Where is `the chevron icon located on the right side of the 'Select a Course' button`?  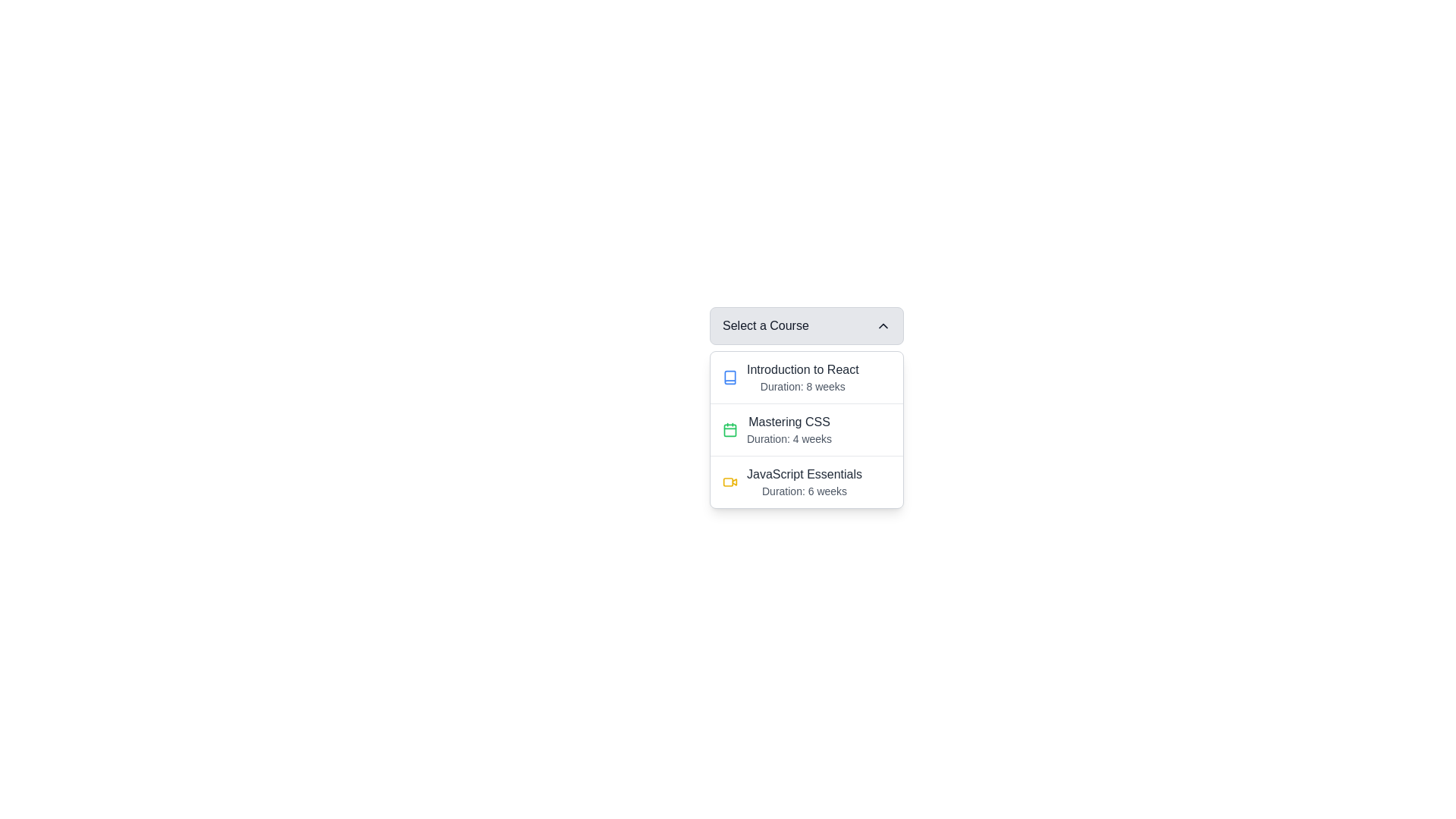 the chevron icon located on the right side of the 'Select a Course' button is located at coordinates (883, 325).